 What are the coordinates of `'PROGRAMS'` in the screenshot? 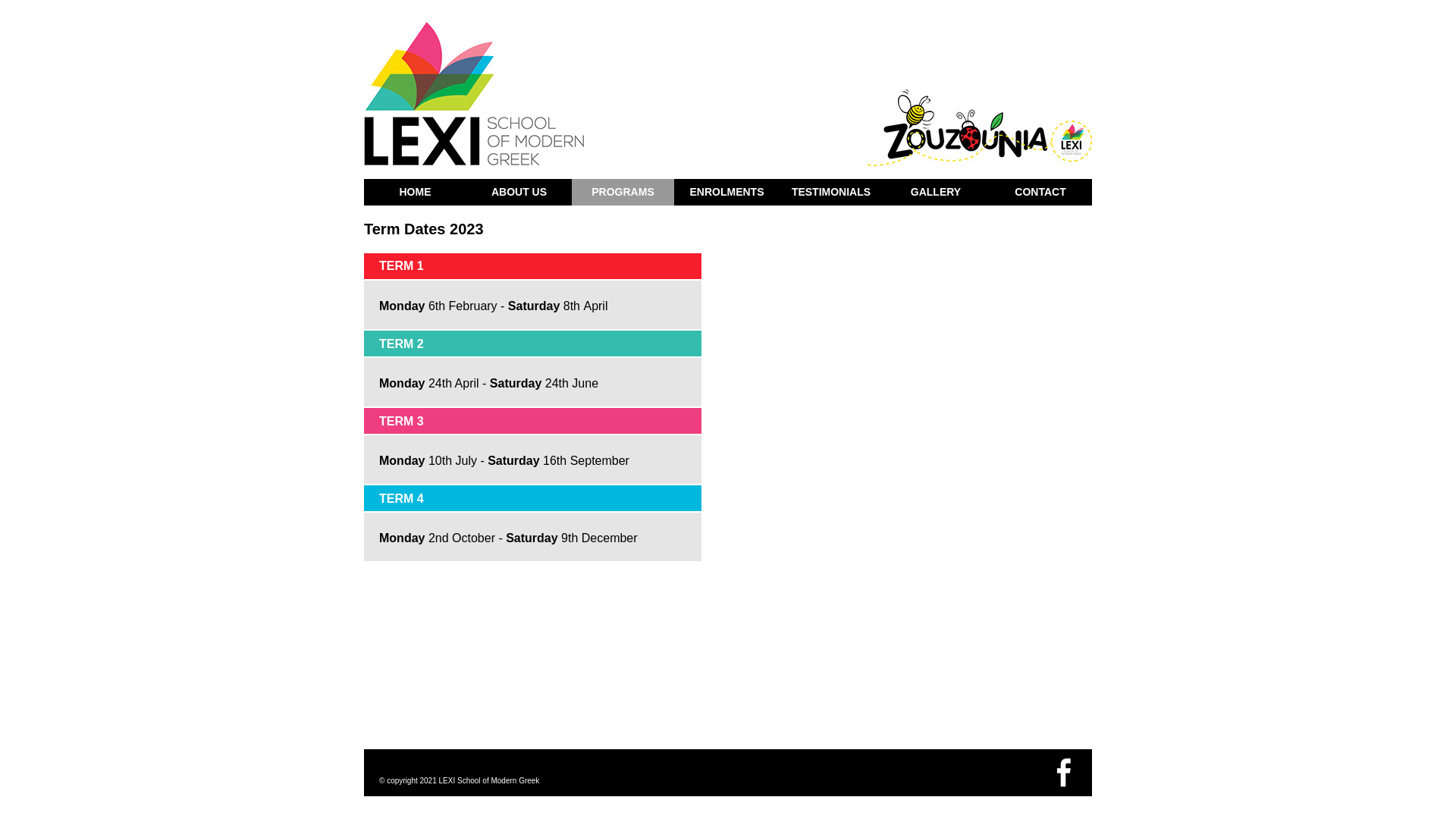 It's located at (623, 191).